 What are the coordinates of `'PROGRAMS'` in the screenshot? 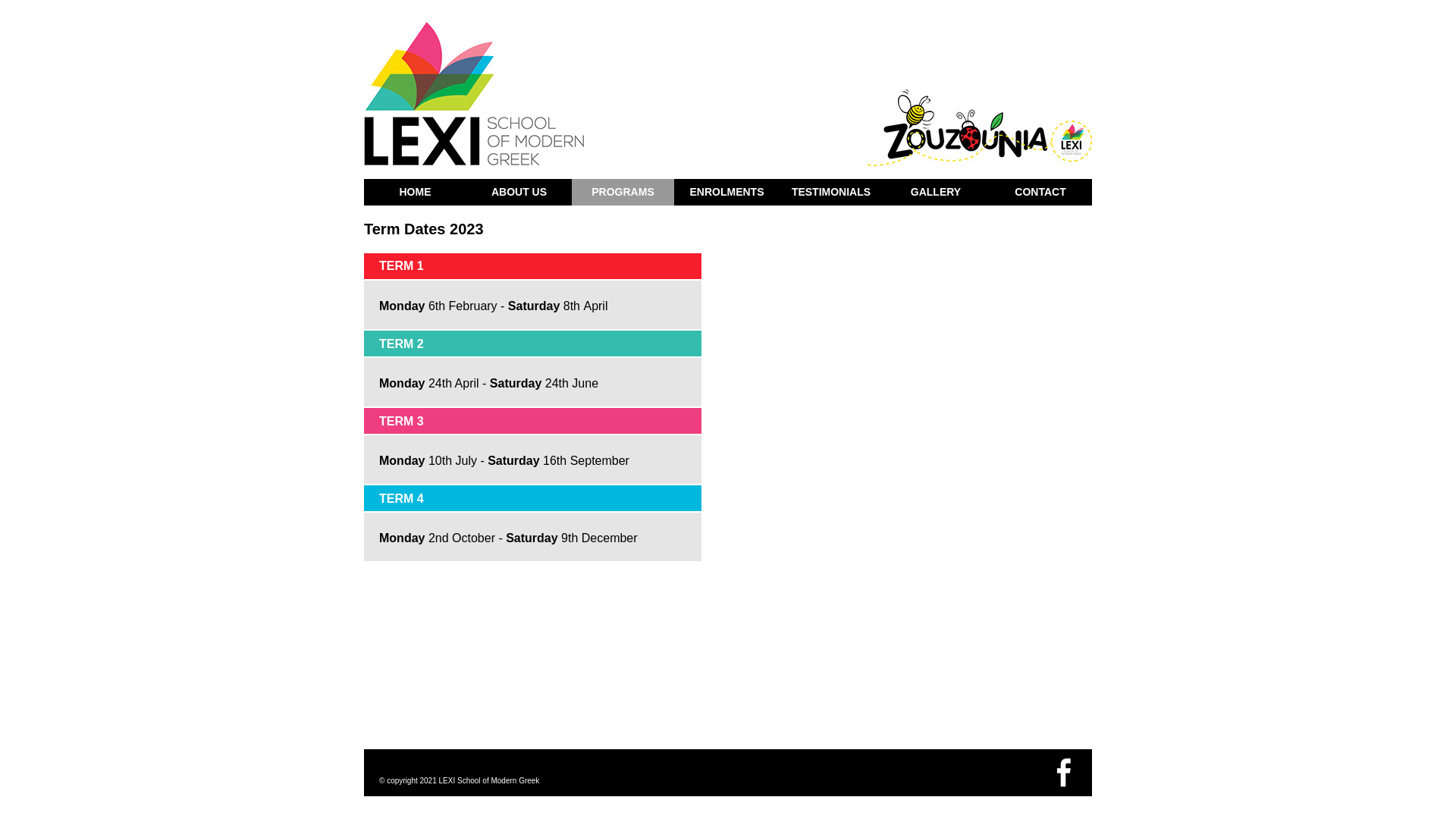 It's located at (623, 191).